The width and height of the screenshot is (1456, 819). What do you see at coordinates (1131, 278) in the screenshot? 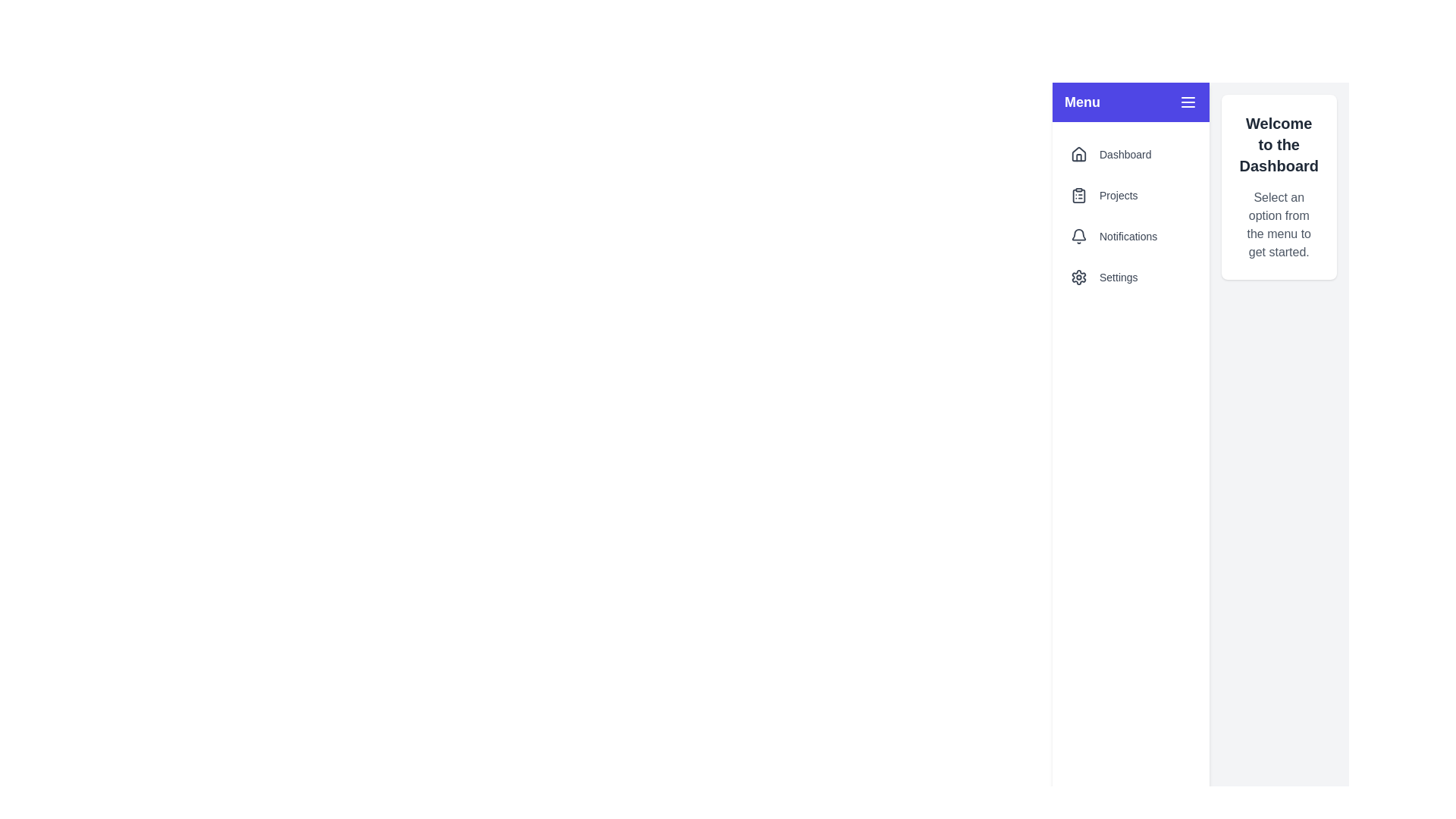
I see `the menu item labeled Settings` at bounding box center [1131, 278].